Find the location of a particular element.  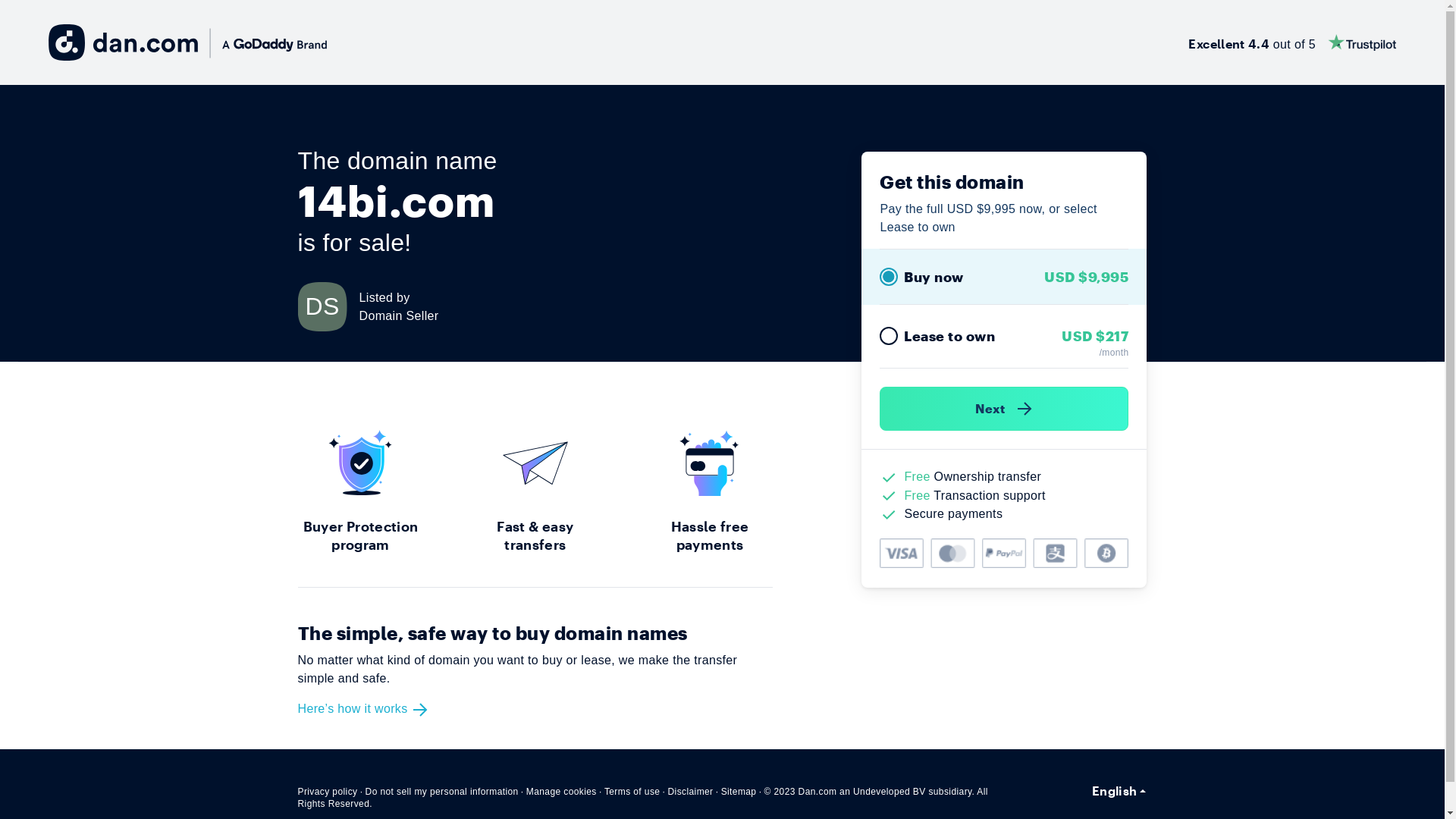

'Terms of use' is located at coordinates (632, 791).